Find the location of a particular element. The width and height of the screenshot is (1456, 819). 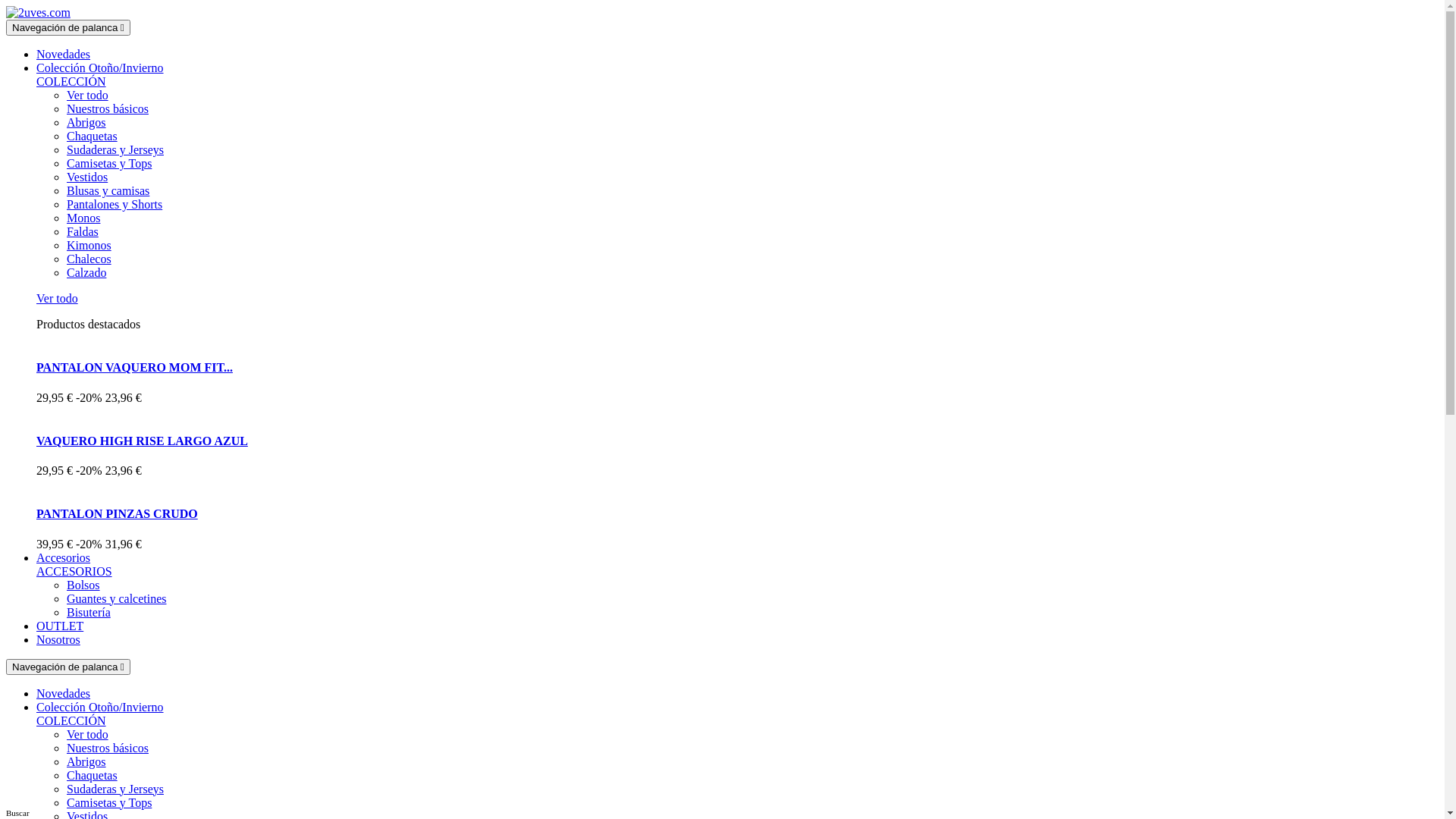

'Ver todo' is located at coordinates (57, 298).